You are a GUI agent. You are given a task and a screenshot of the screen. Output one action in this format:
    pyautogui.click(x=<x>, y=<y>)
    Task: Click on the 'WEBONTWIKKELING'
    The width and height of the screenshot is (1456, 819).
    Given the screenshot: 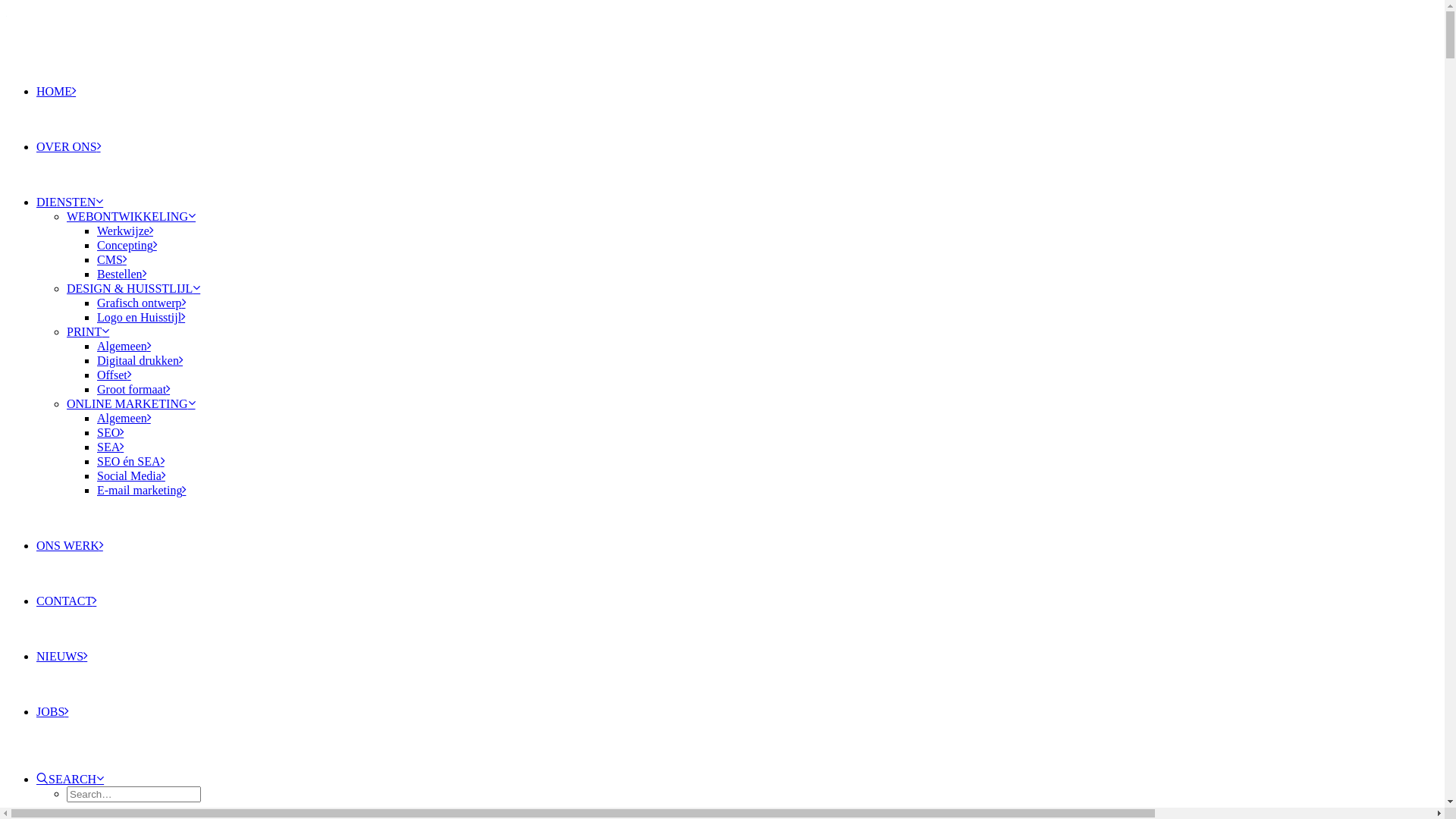 What is the action you would take?
    pyautogui.click(x=130, y=216)
    